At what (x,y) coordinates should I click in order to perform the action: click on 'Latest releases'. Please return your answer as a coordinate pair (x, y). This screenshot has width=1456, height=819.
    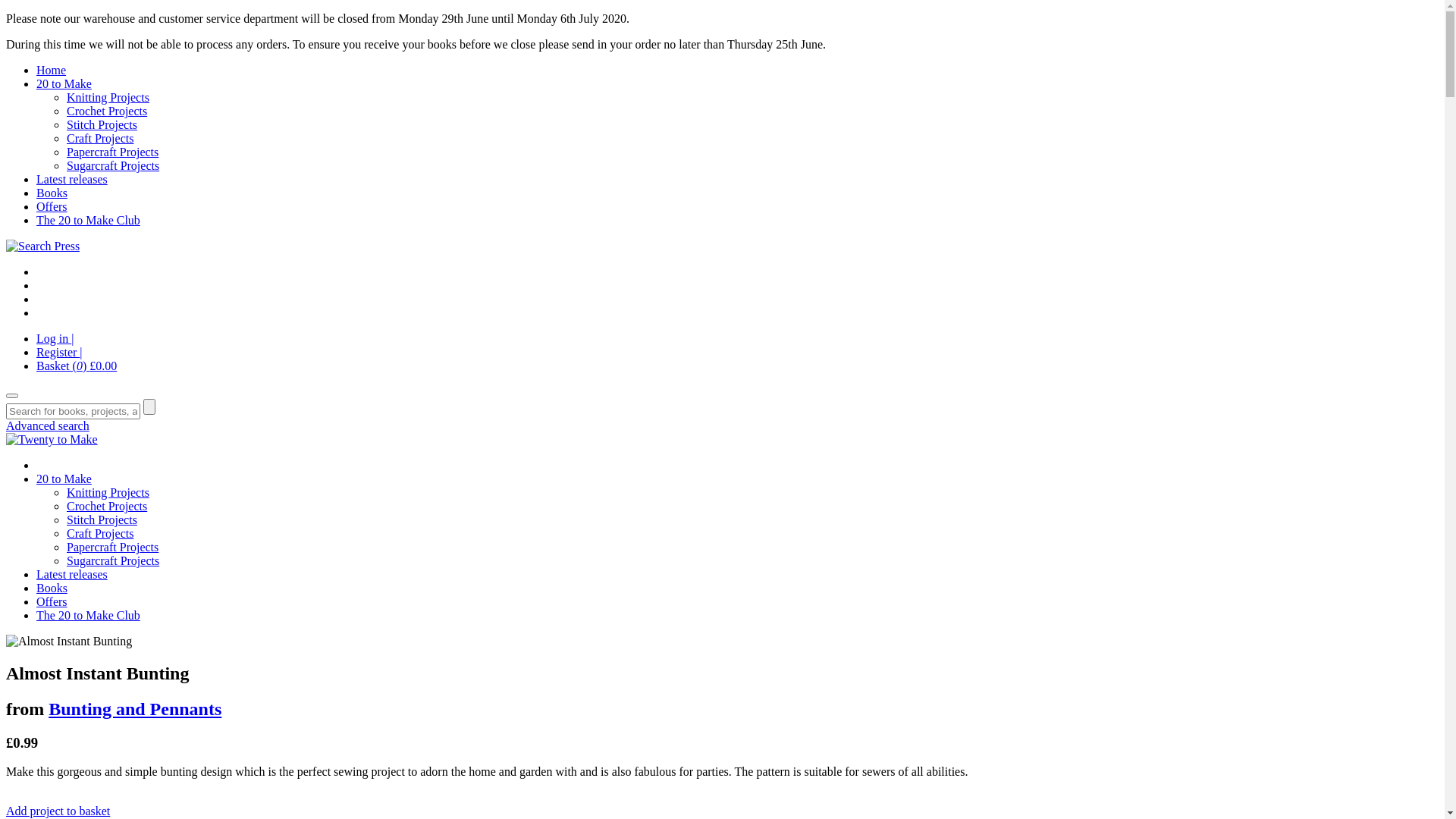
    Looking at the image, I should click on (71, 574).